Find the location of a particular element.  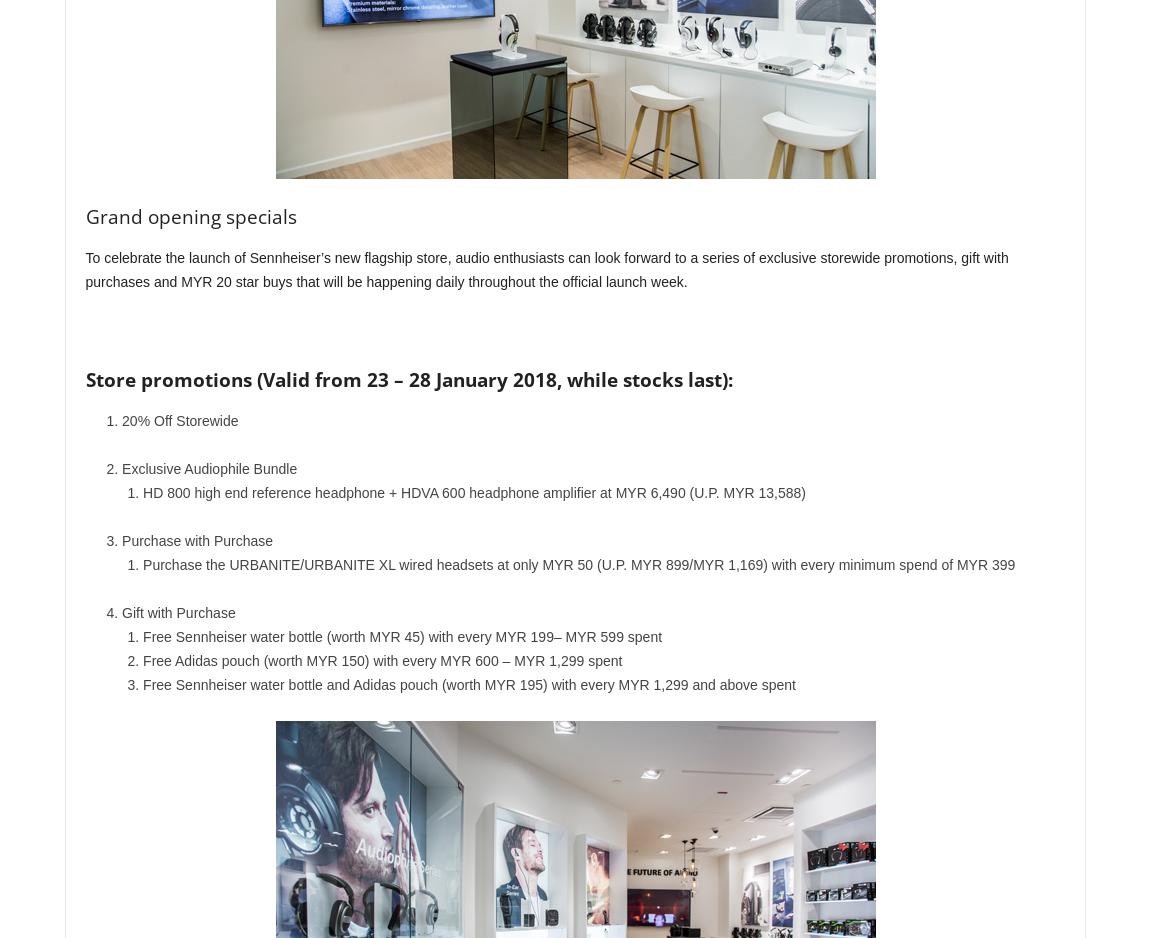

'Free Sennheiser water bottle and Adidas pouch (worth MYR 195) with every MYR 1,299 and above spent' is located at coordinates (469, 685).